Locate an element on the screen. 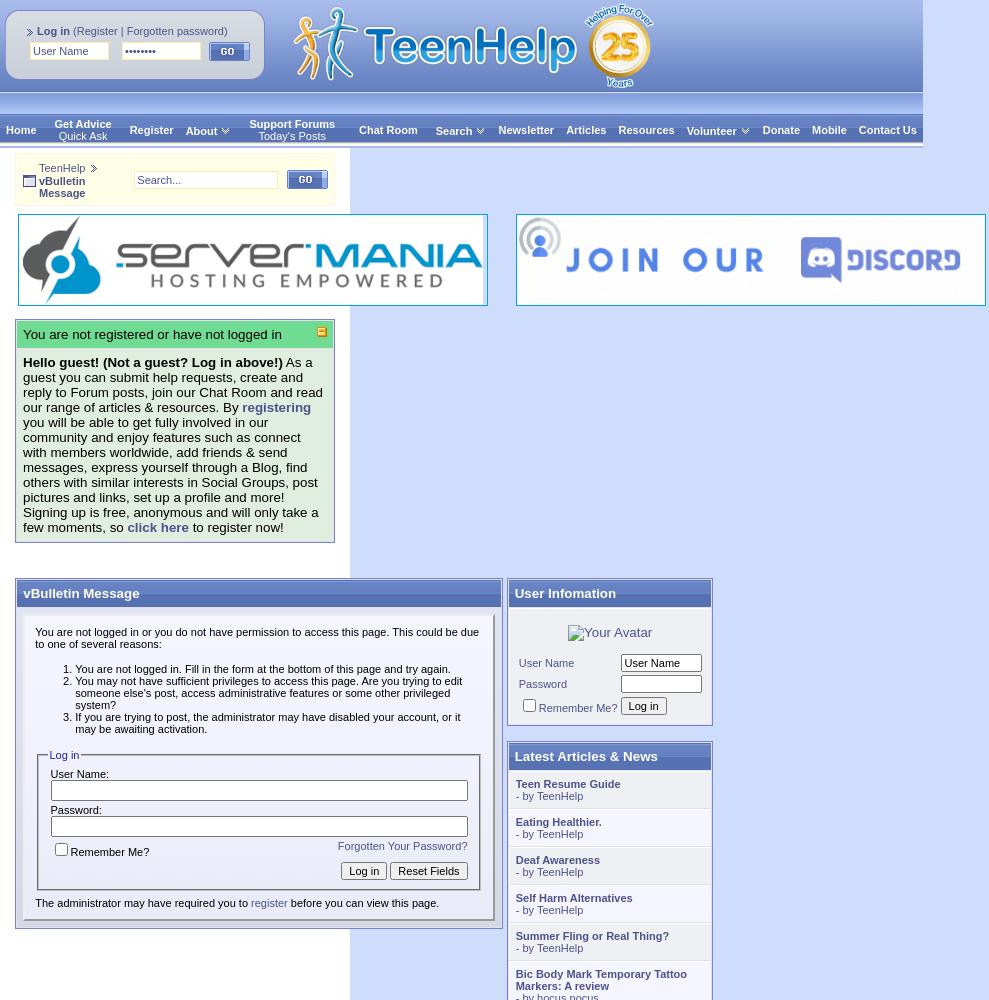 Image resolution: width=989 pixels, height=1000 pixels. 'You are not logged in. Fill in the form at the bottom of this page and try again.' is located at coordinates (74, 669).